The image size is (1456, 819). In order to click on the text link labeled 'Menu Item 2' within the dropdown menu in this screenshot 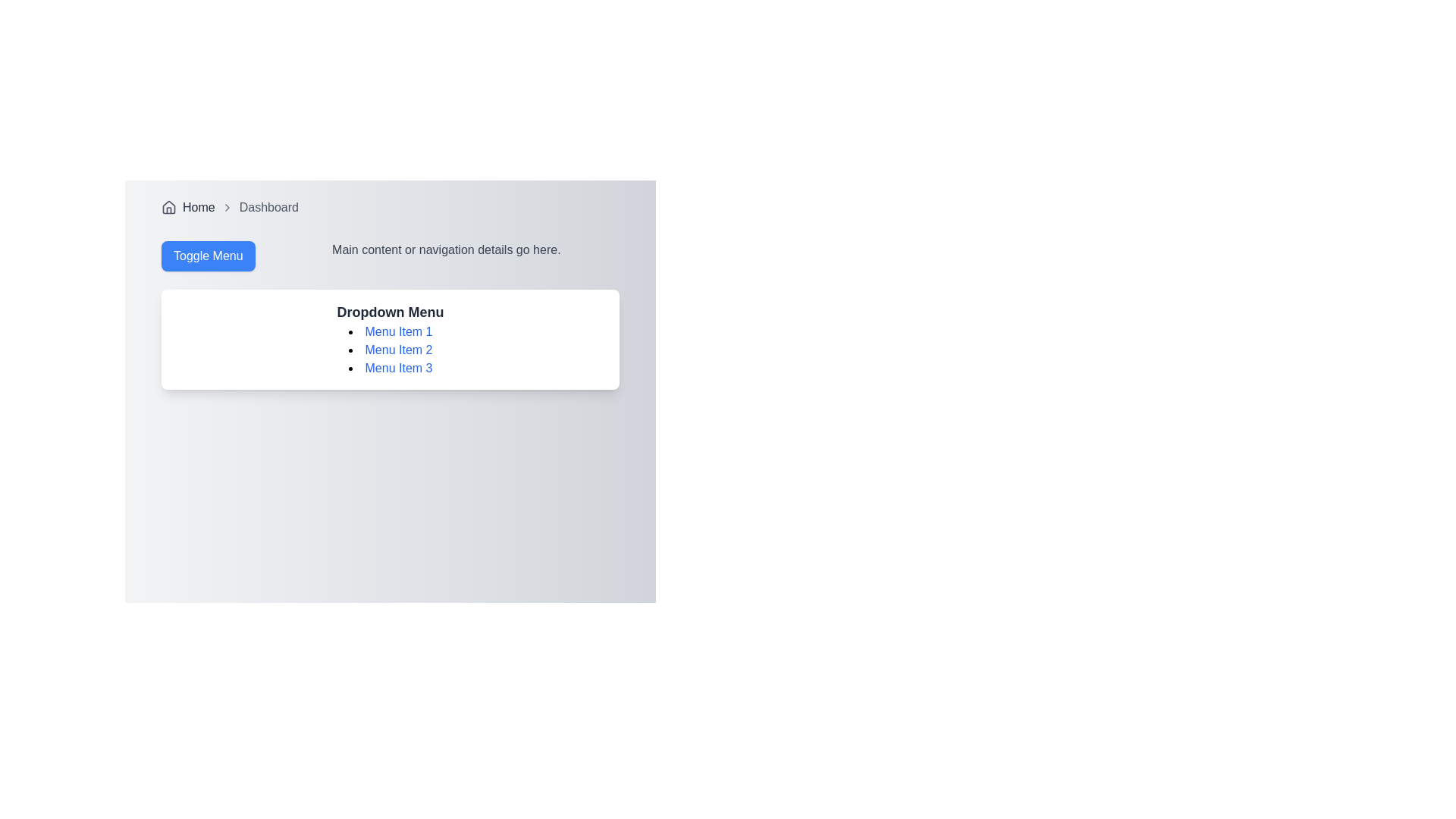, I will do `click(390, 350)`.